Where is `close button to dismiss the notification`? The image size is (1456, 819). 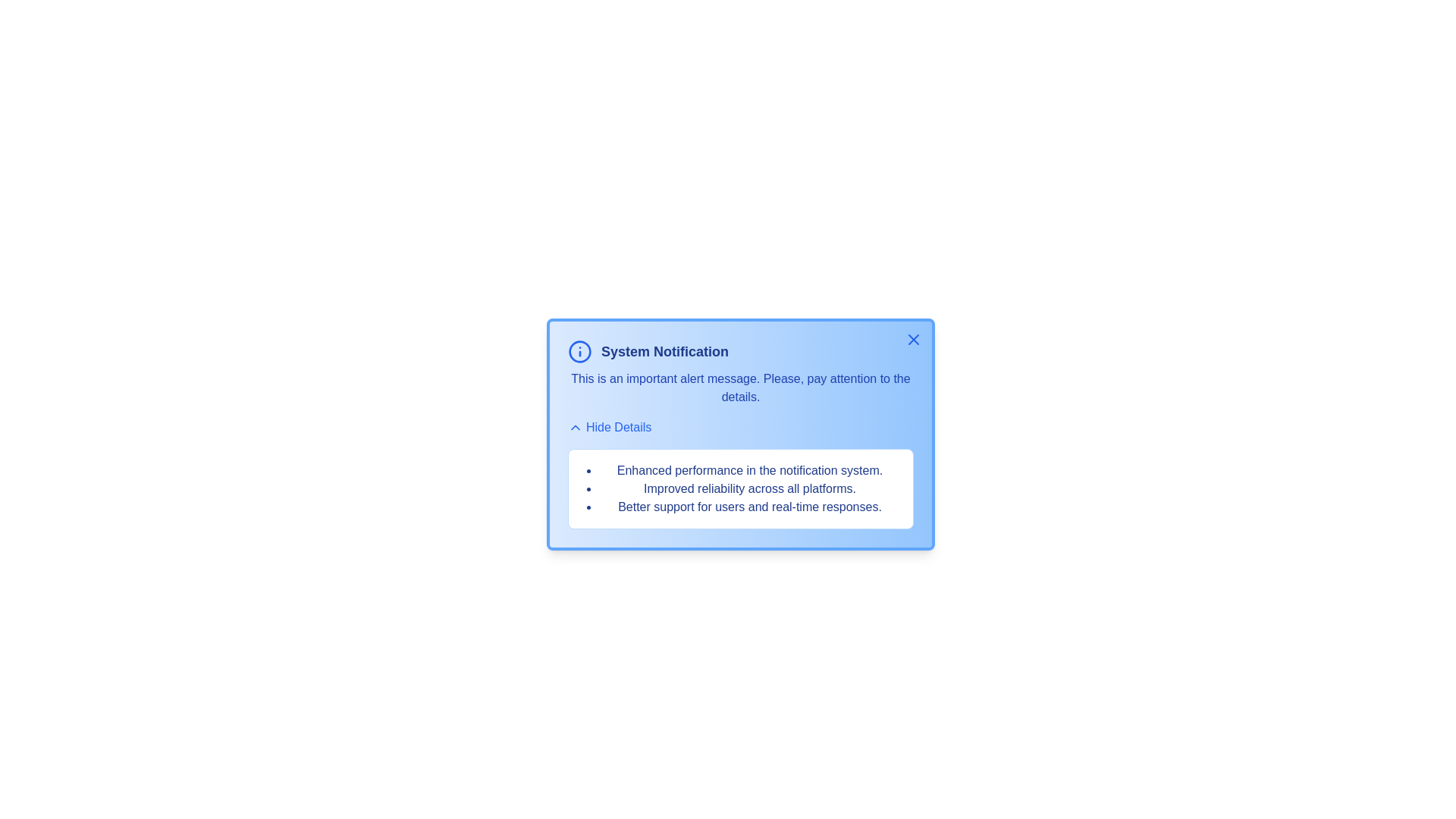
close button to dismiss the notification is located at coordinates (912, 338).